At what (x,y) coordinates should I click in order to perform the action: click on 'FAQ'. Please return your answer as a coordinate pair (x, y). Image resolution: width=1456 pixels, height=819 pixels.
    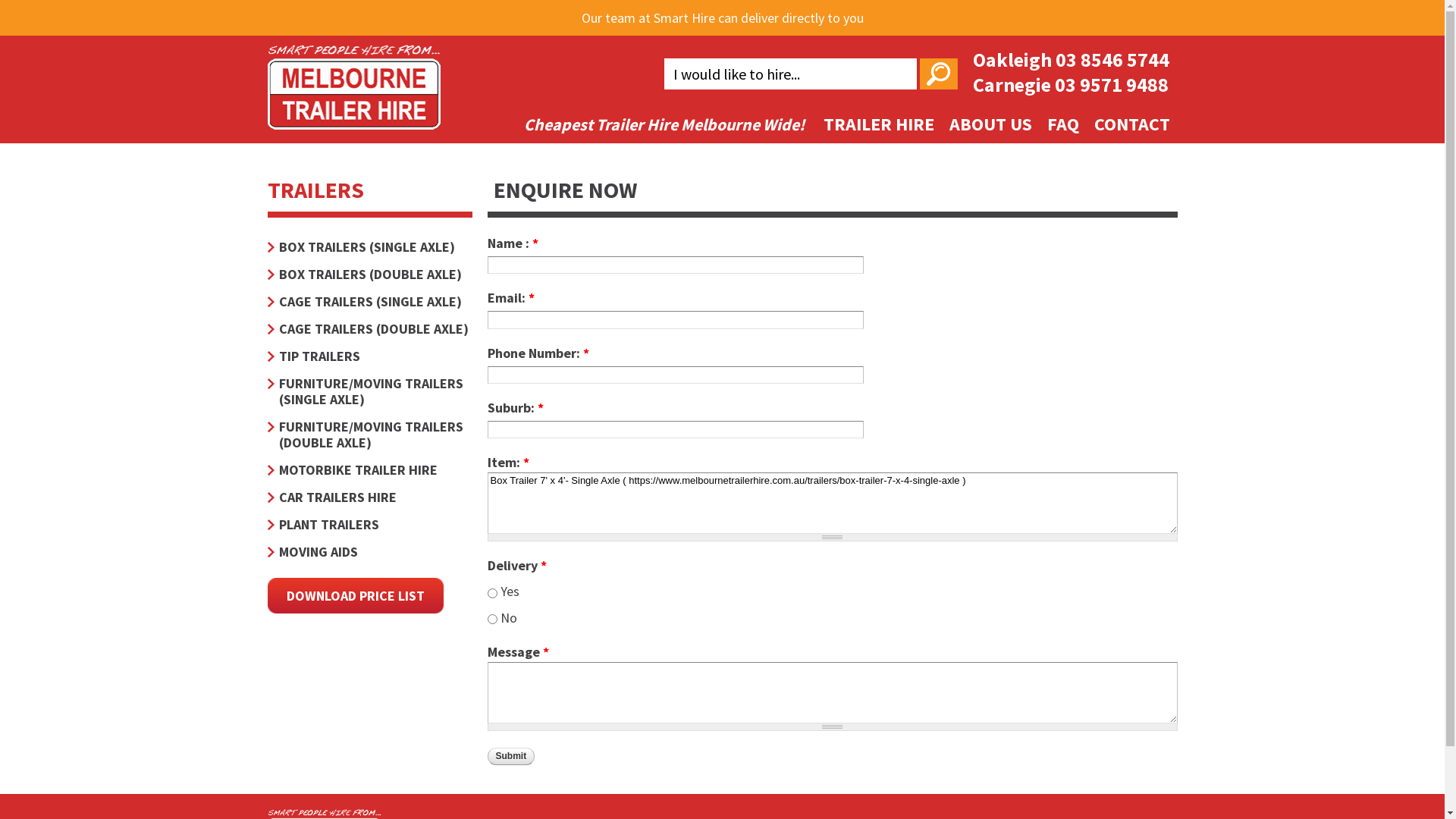
    Looking at the image, I should click on (1062, 123).